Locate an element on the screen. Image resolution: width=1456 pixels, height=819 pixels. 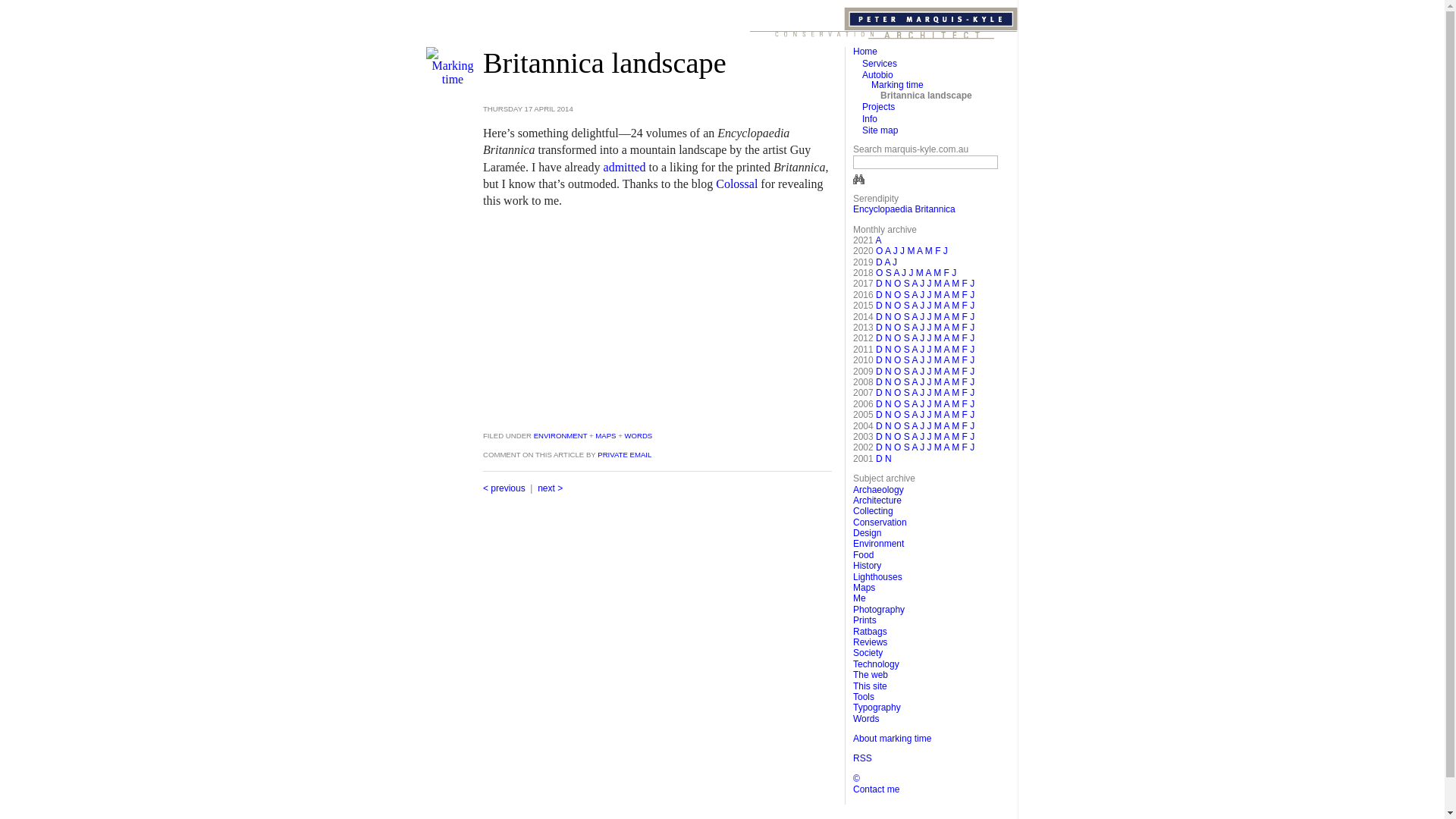
'ENVIRONMENT' is located at coordinates (531, 435).